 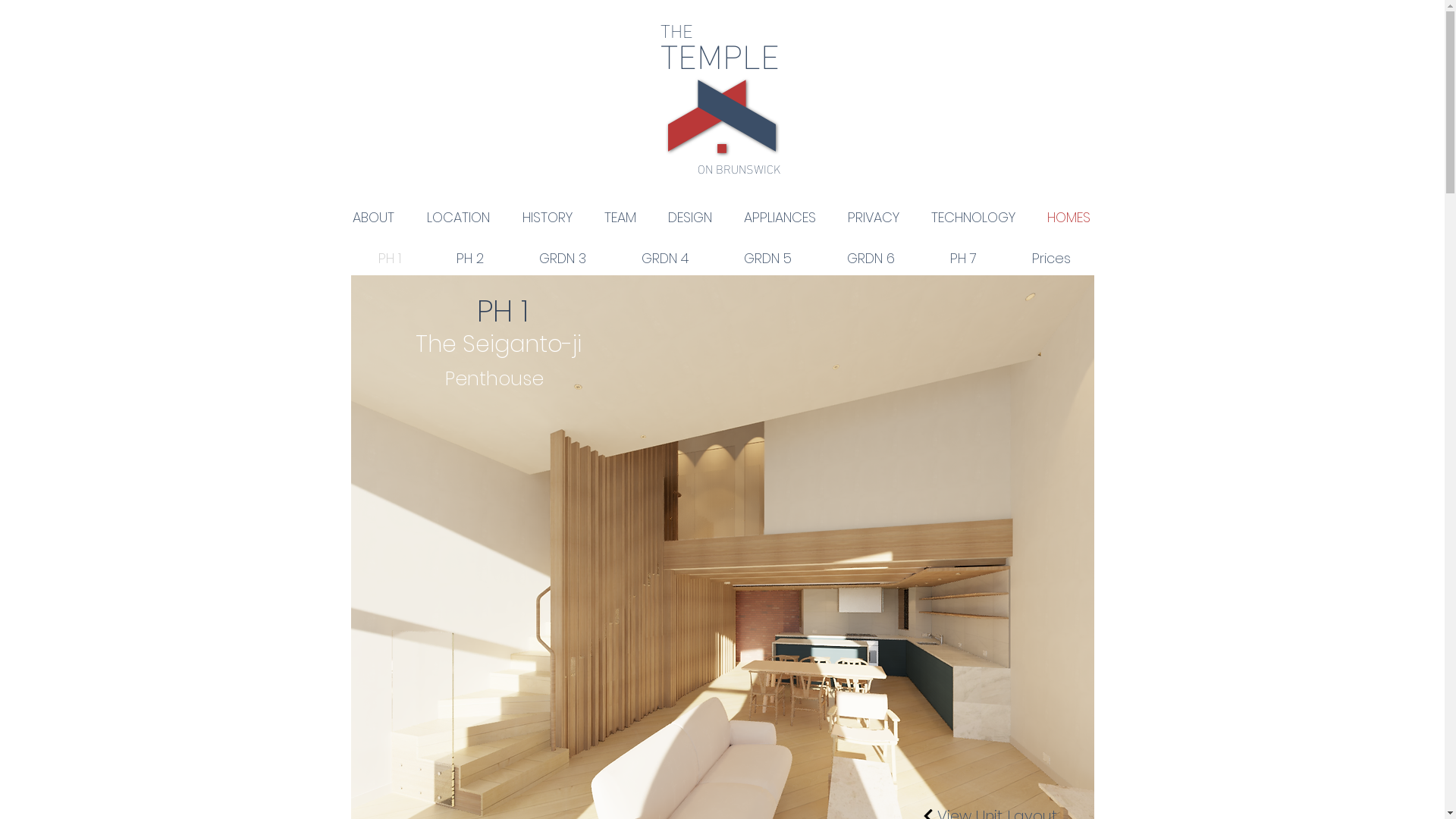 I want to click on 'PH 7', so click(x=921, y=257).